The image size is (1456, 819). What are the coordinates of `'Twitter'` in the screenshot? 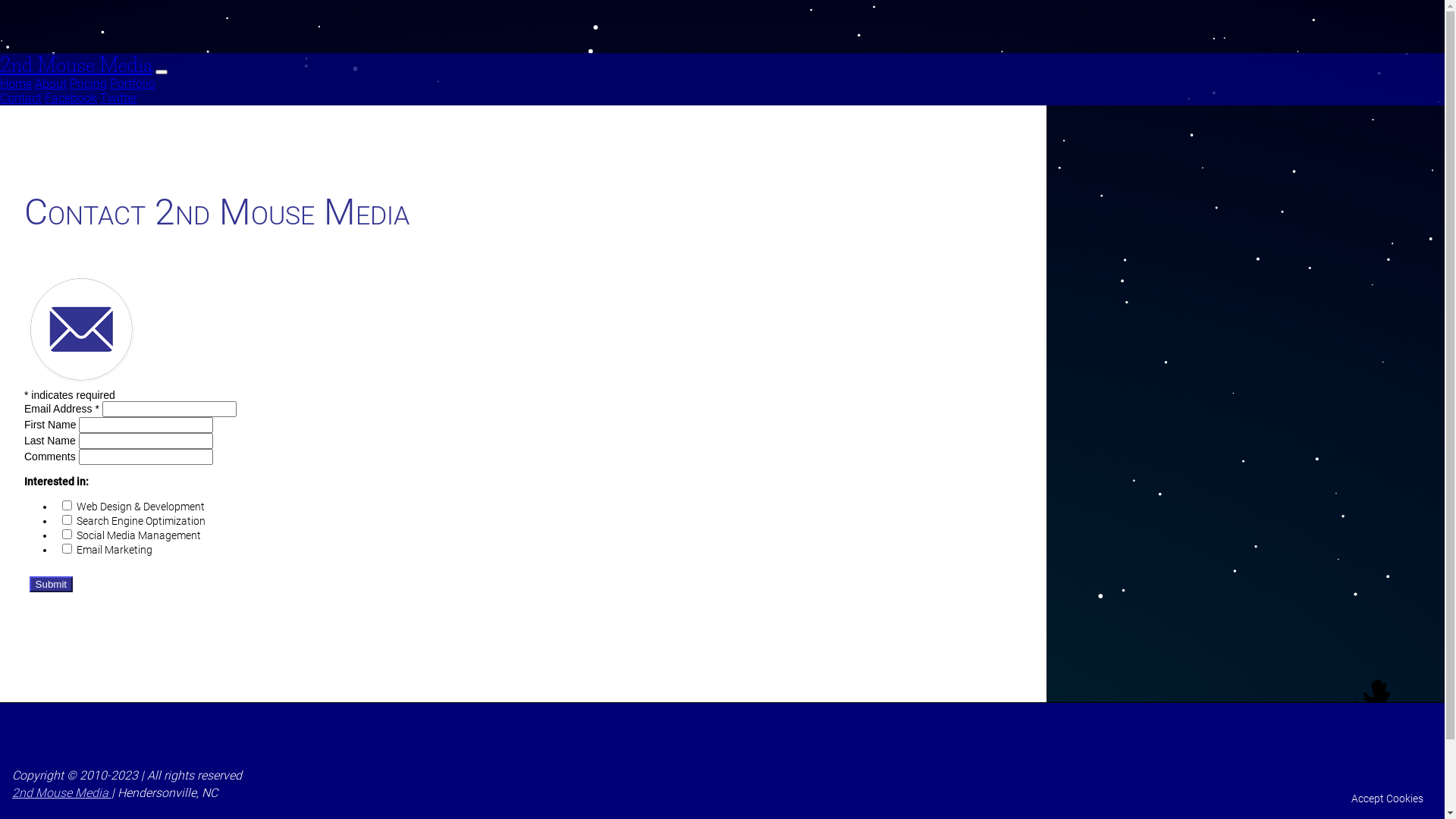 It's located at (118, 98).